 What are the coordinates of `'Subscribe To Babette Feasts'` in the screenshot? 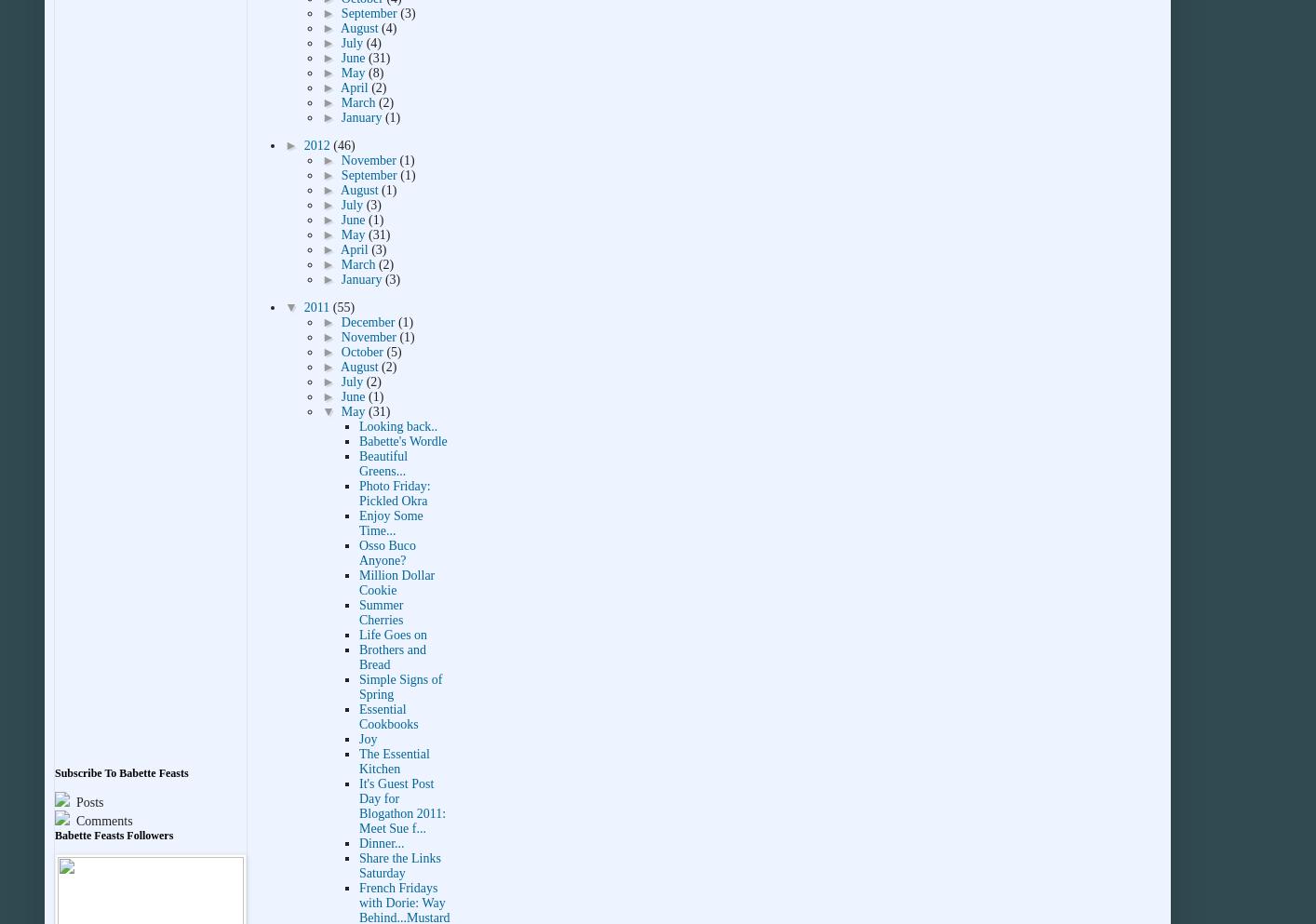 It's located at (120, 773).